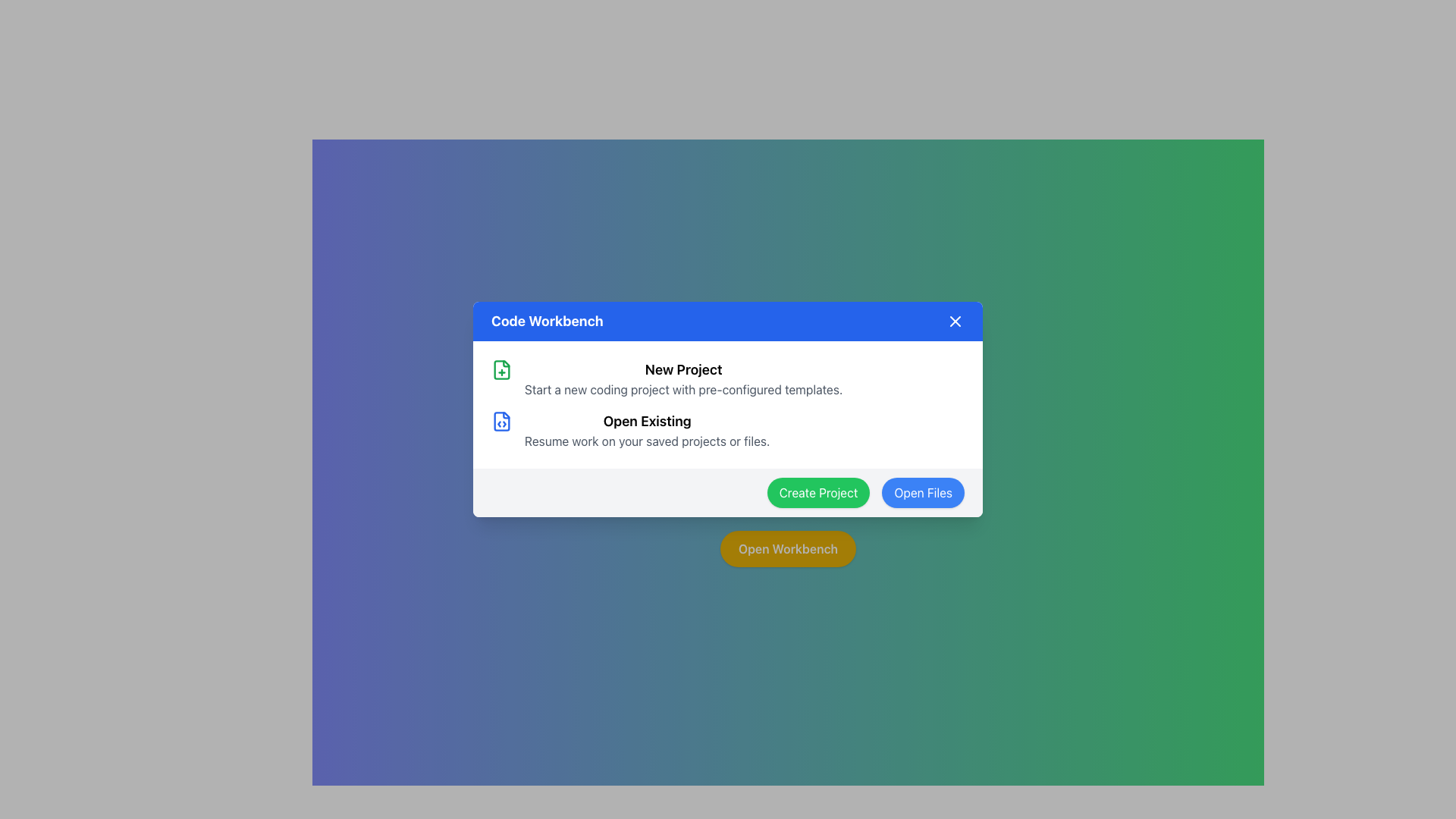 This screenshot has height=819, width=1456. Describe the element at coordinates (502, 370) in the screenshot. I see `the file outline icon representing the 'New Project' functionality located at the top-left region of the 'Code Workbench' dialog box` at that location.